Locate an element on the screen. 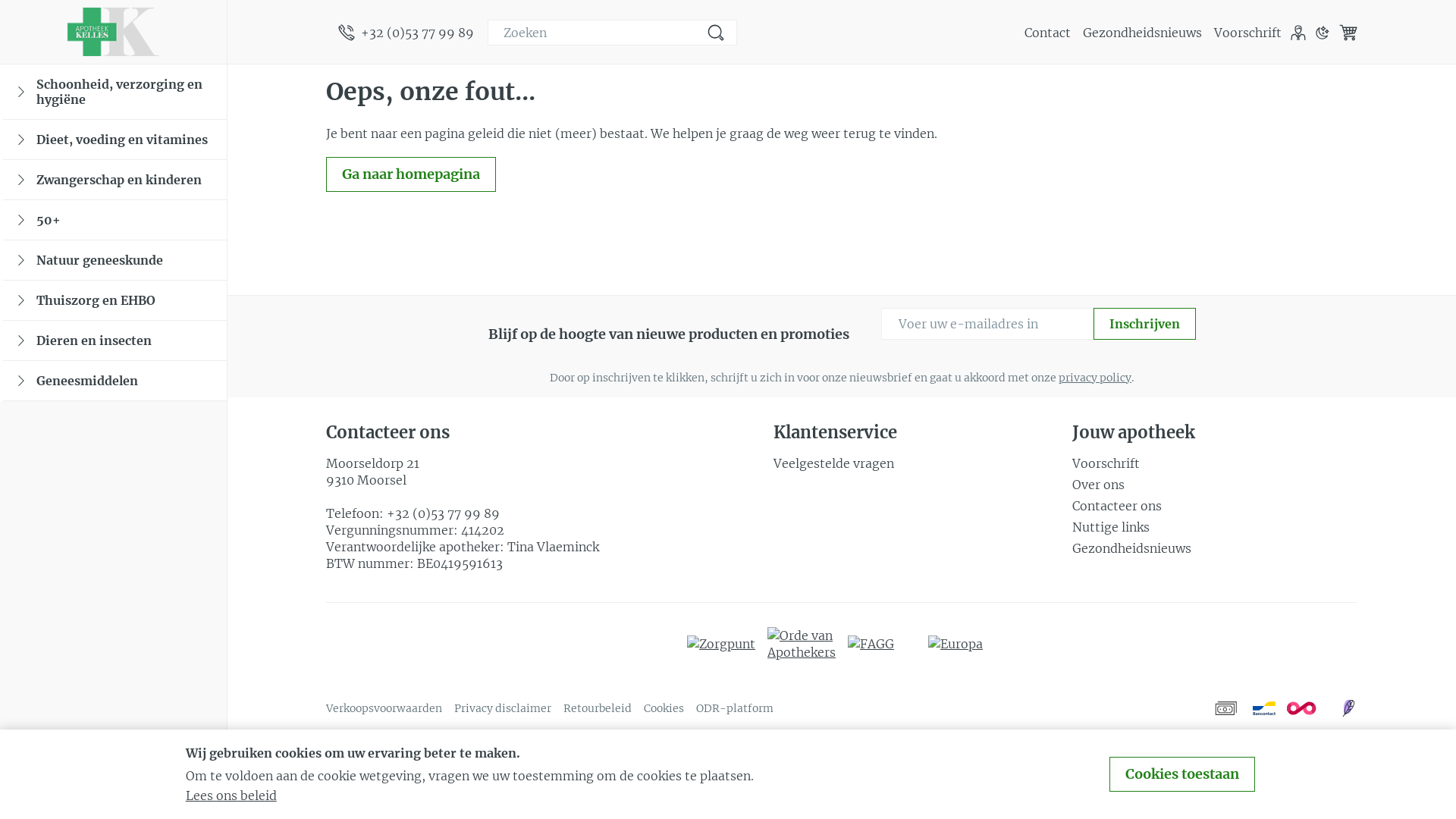 This screenshot has width=1456, height=819. 'Nuttige links' is located at coordinates (1215, 526).